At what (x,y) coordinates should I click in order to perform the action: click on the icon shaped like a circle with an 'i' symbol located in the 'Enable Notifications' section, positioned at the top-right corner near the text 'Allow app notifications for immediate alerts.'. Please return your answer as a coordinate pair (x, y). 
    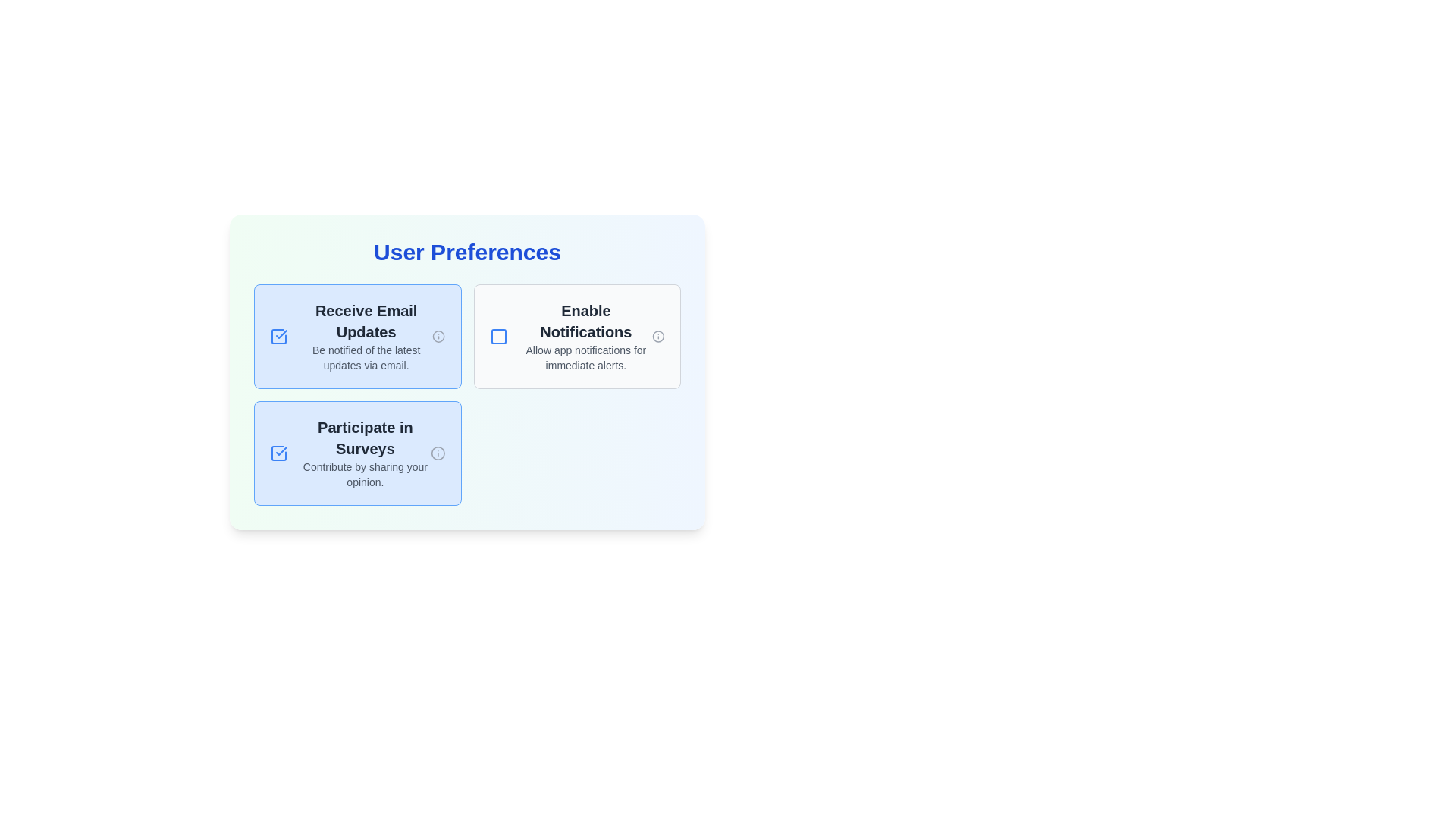
    Looking at the image, I should click on (658, 335).